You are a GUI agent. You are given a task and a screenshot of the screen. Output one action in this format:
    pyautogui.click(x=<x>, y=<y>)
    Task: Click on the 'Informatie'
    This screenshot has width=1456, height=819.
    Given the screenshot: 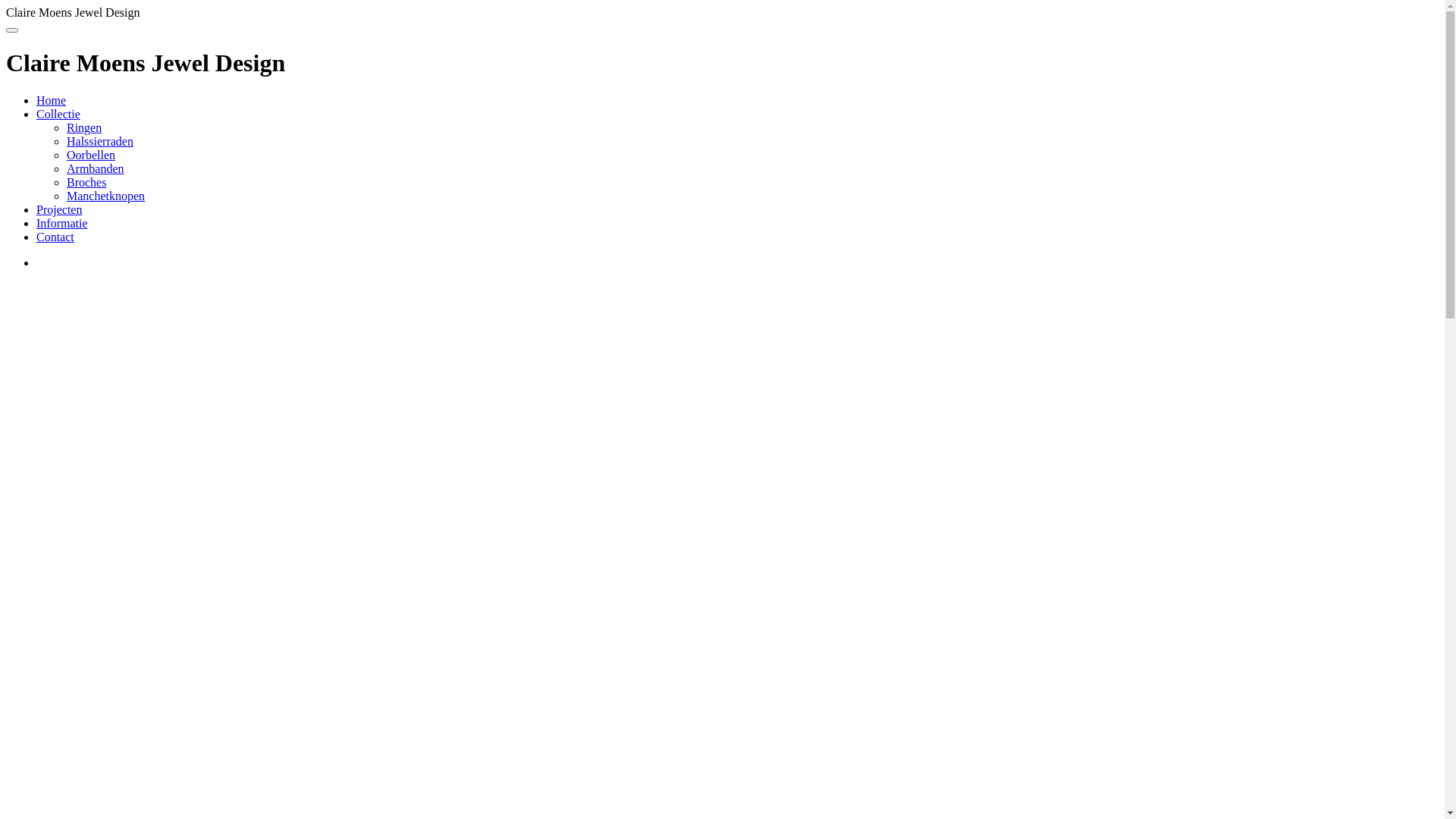 What is the action you would take?
    pyautogui.click(x=61, y=223)
    